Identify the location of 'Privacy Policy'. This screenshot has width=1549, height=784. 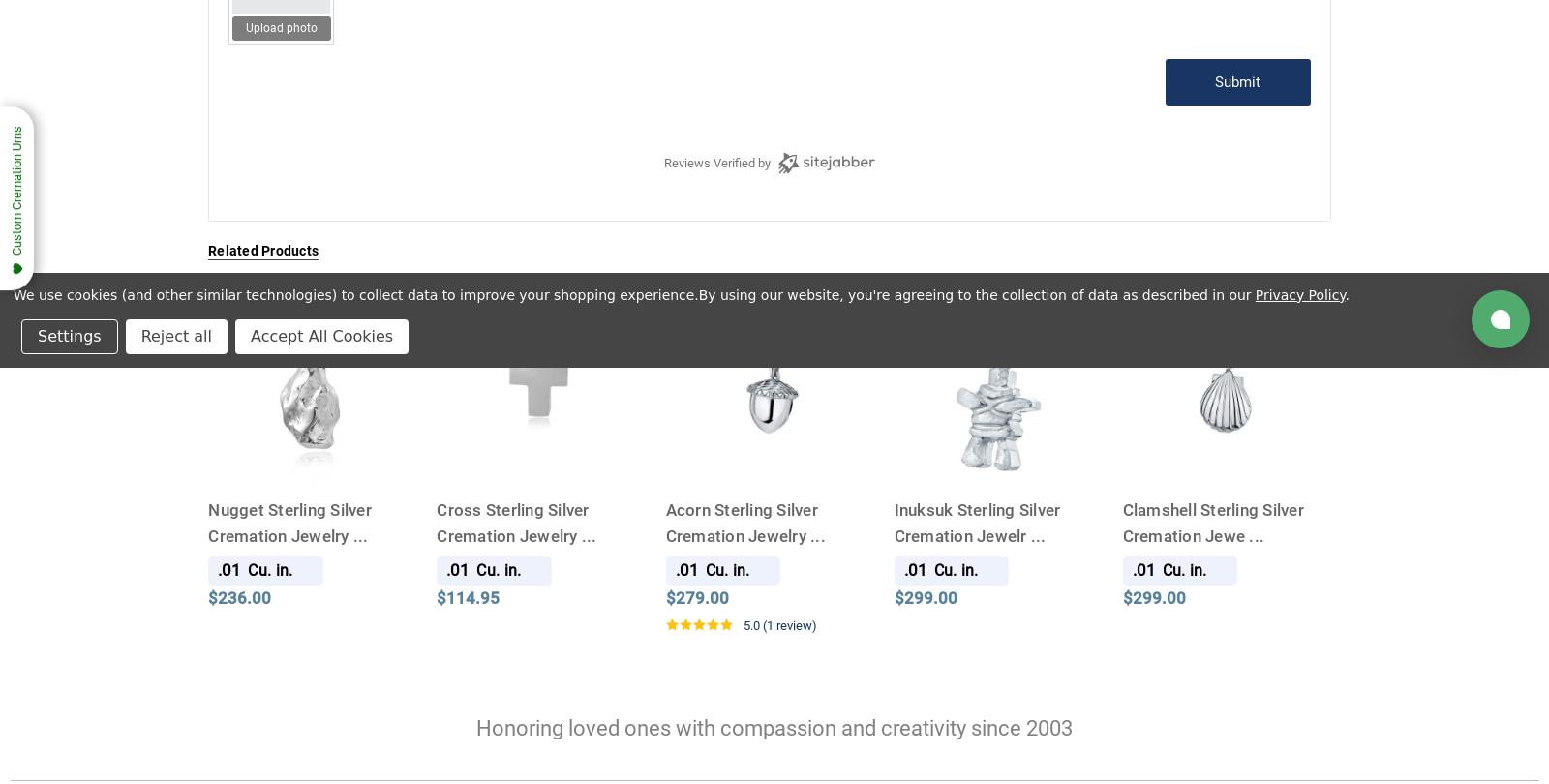
(1298, 292).